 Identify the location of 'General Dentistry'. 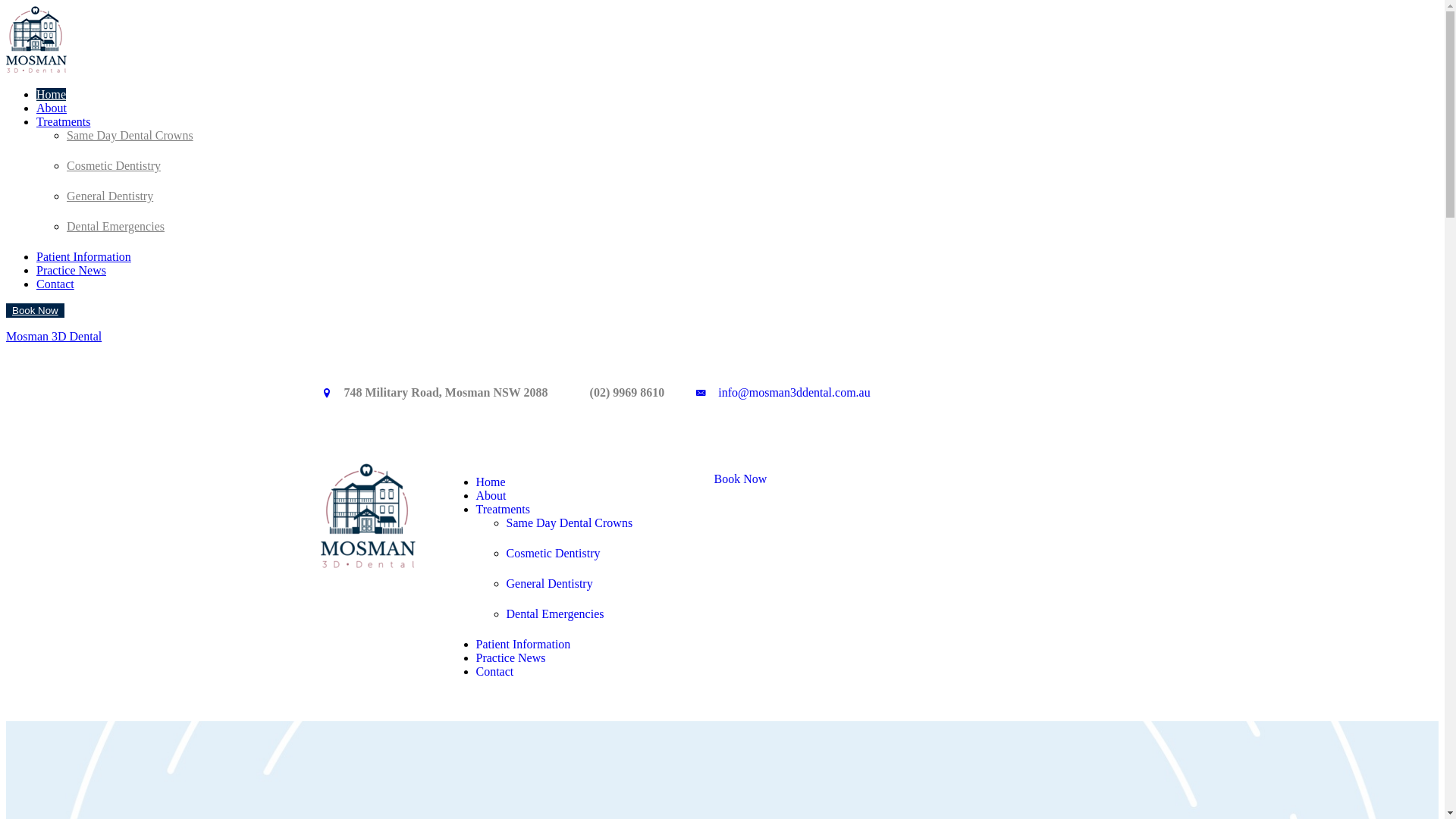
(108, 195).